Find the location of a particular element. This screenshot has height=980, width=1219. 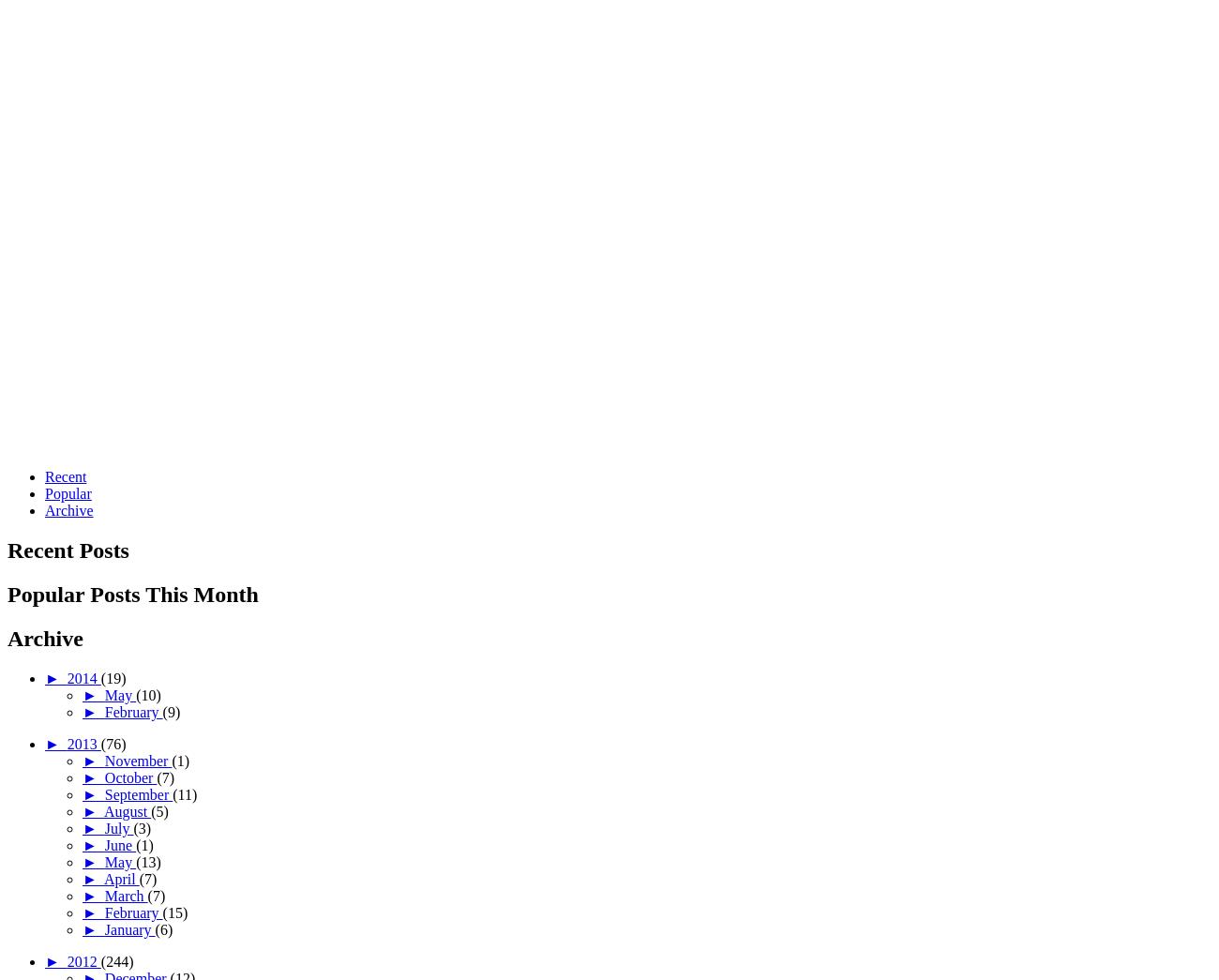

'(13)' is located at coordinates (146, 861).